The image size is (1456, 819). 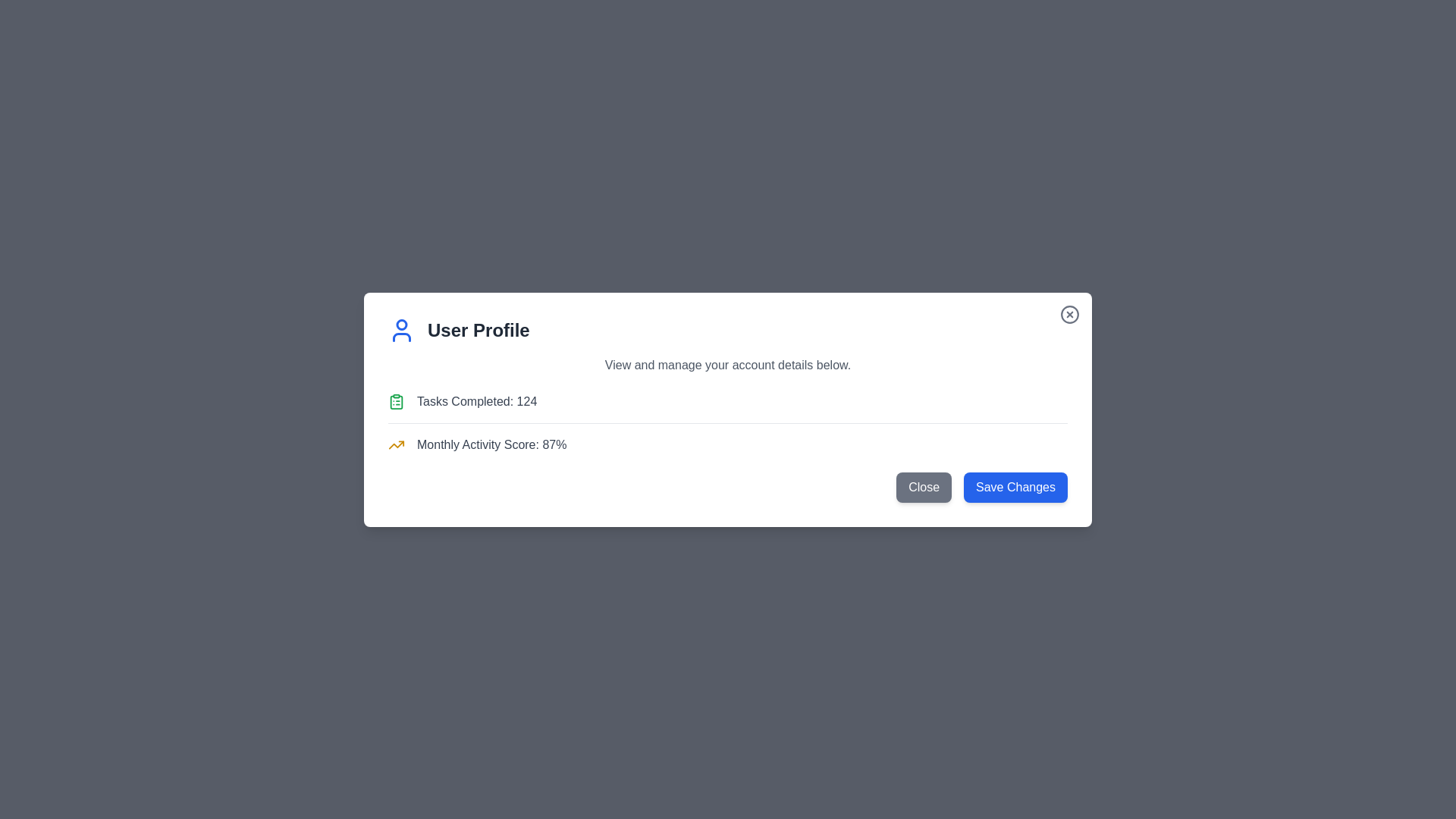 I want to click on the blue user profile icon, which is an outline drawing of a person, positioned to the far left of the 'User Profile' text in the row layout, so click(x=401, y=329).